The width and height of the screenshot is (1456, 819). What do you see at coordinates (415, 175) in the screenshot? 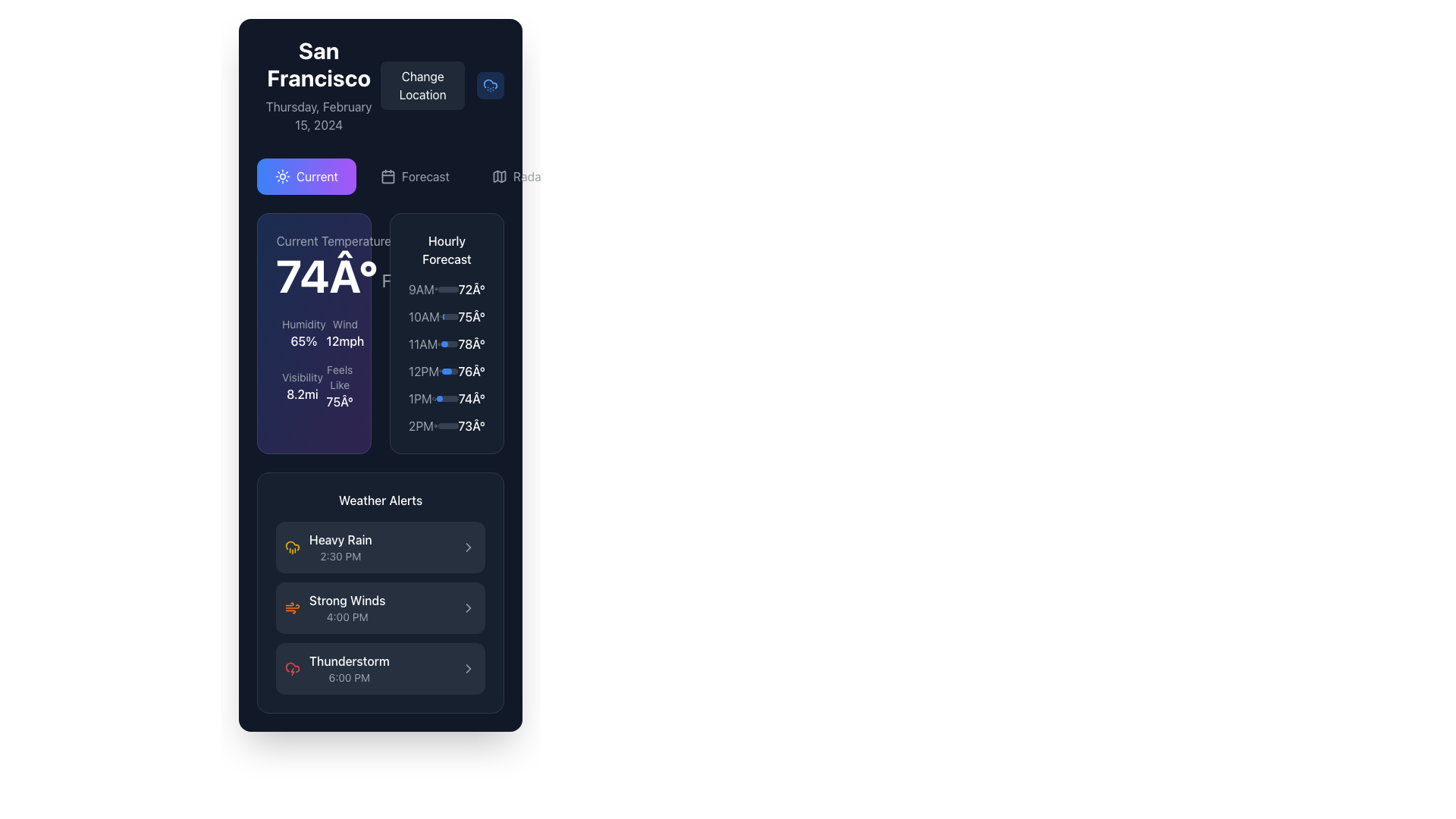
I see `the second navigation button located between the 'Current' and 'Radar' buttons to activate hover effects` at bounding box center [415, 175].